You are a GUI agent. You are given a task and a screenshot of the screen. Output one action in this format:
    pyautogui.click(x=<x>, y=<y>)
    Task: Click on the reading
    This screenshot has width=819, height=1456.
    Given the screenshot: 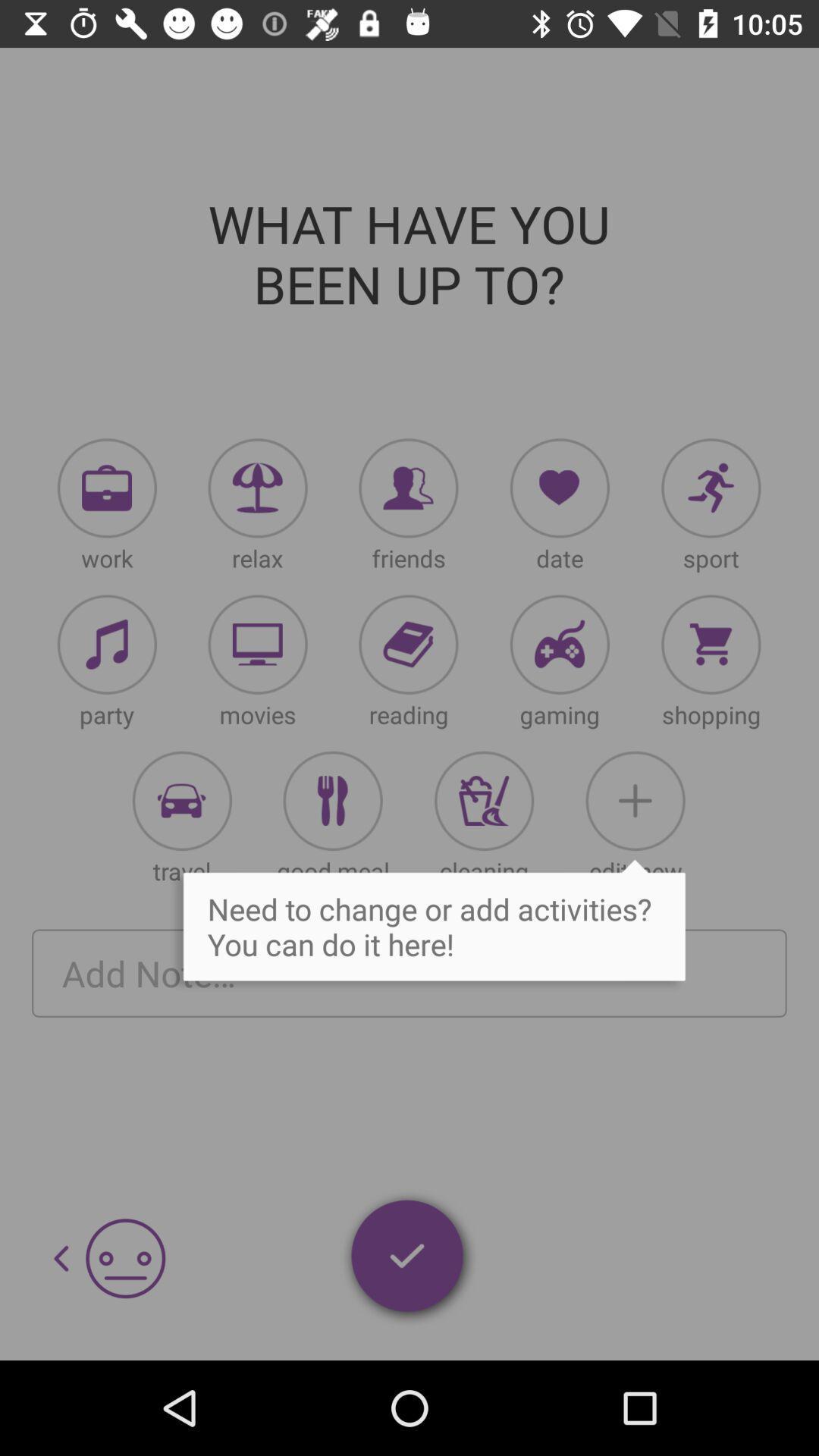 What is the action you would take?
    pyautogui.click(x=407, y=645)
    